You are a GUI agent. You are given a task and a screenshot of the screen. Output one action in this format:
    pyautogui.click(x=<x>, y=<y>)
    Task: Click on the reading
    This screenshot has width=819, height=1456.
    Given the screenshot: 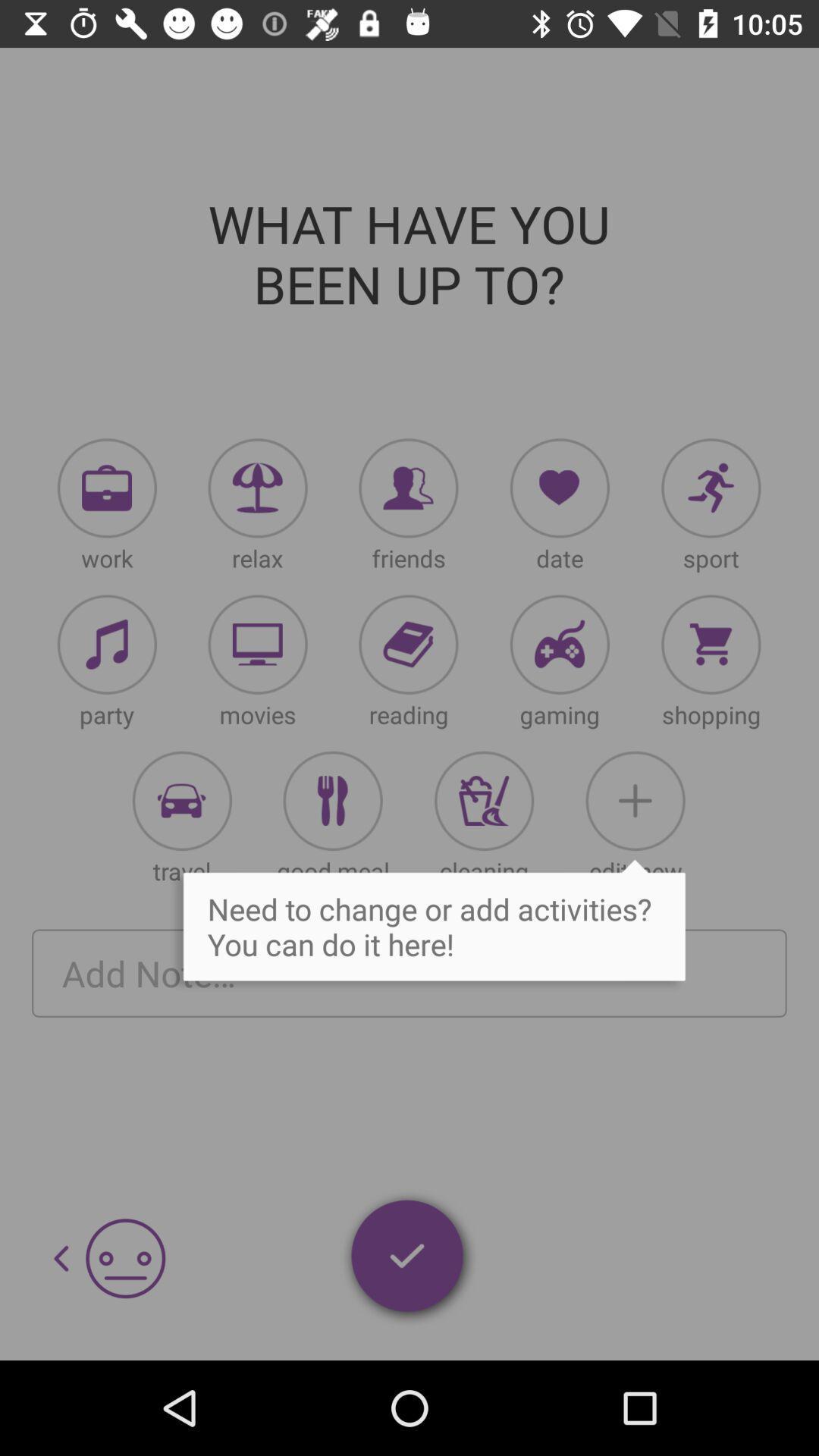 What is the action you would take?
    pyautogui.click(x=407, y=645)
    